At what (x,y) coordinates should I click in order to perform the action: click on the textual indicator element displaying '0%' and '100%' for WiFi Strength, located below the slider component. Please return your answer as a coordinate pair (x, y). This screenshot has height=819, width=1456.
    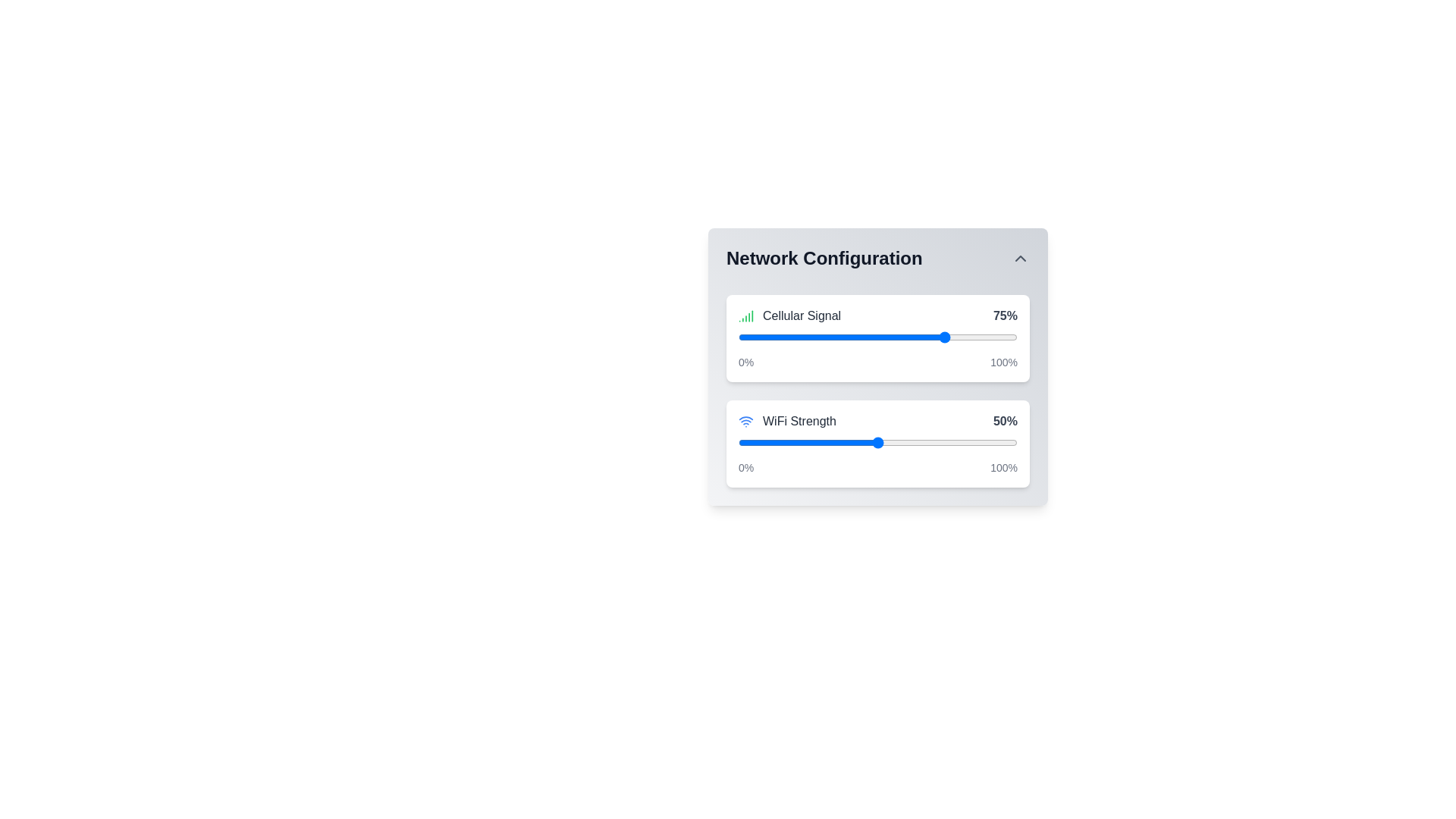
    Looking at the image, I should click on (877, 467).